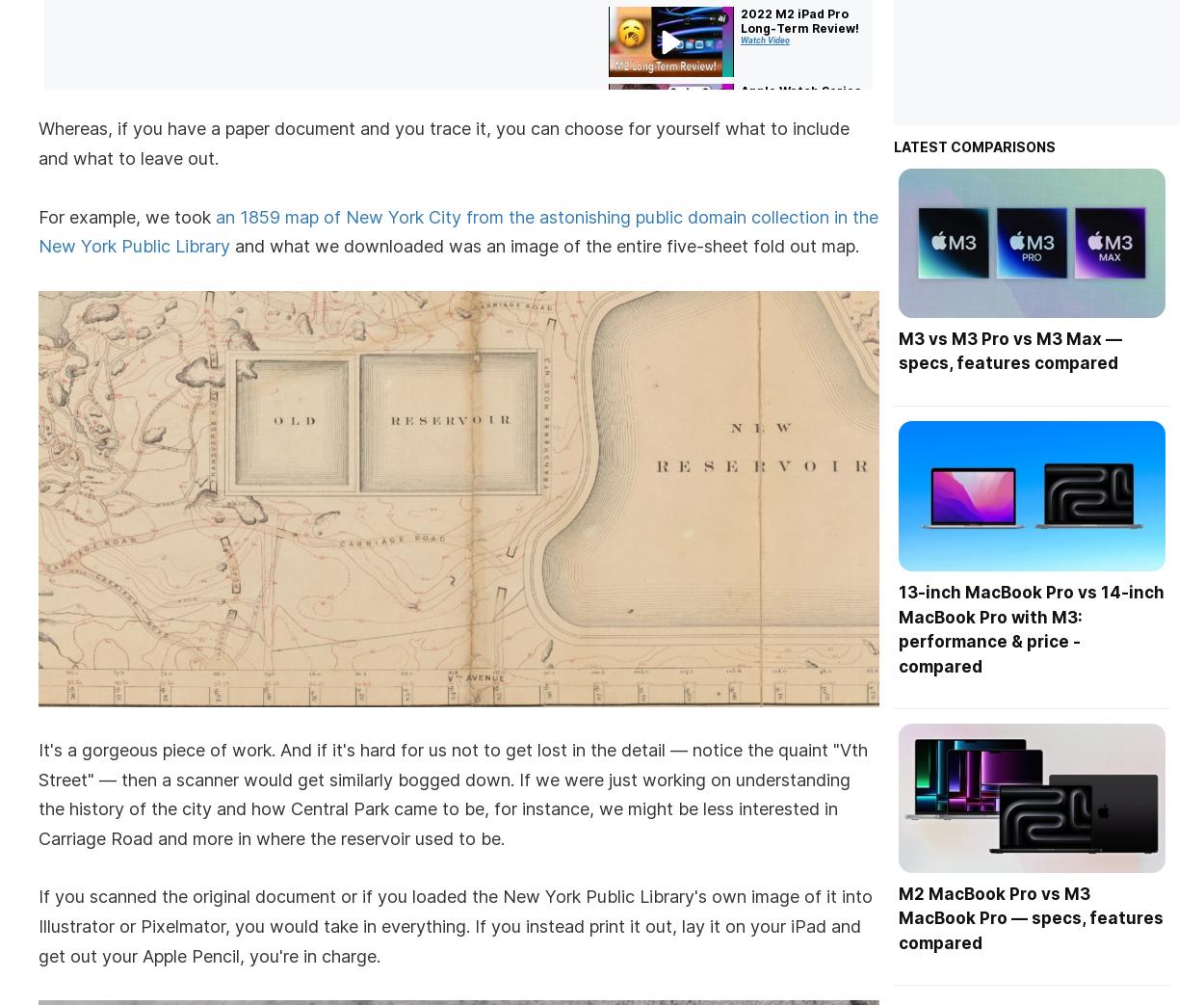  I want to click on 'Whereas, if you have a paper document and you trace it, you can choose for yourself what to include and what to leave out.', so click(443, 144).